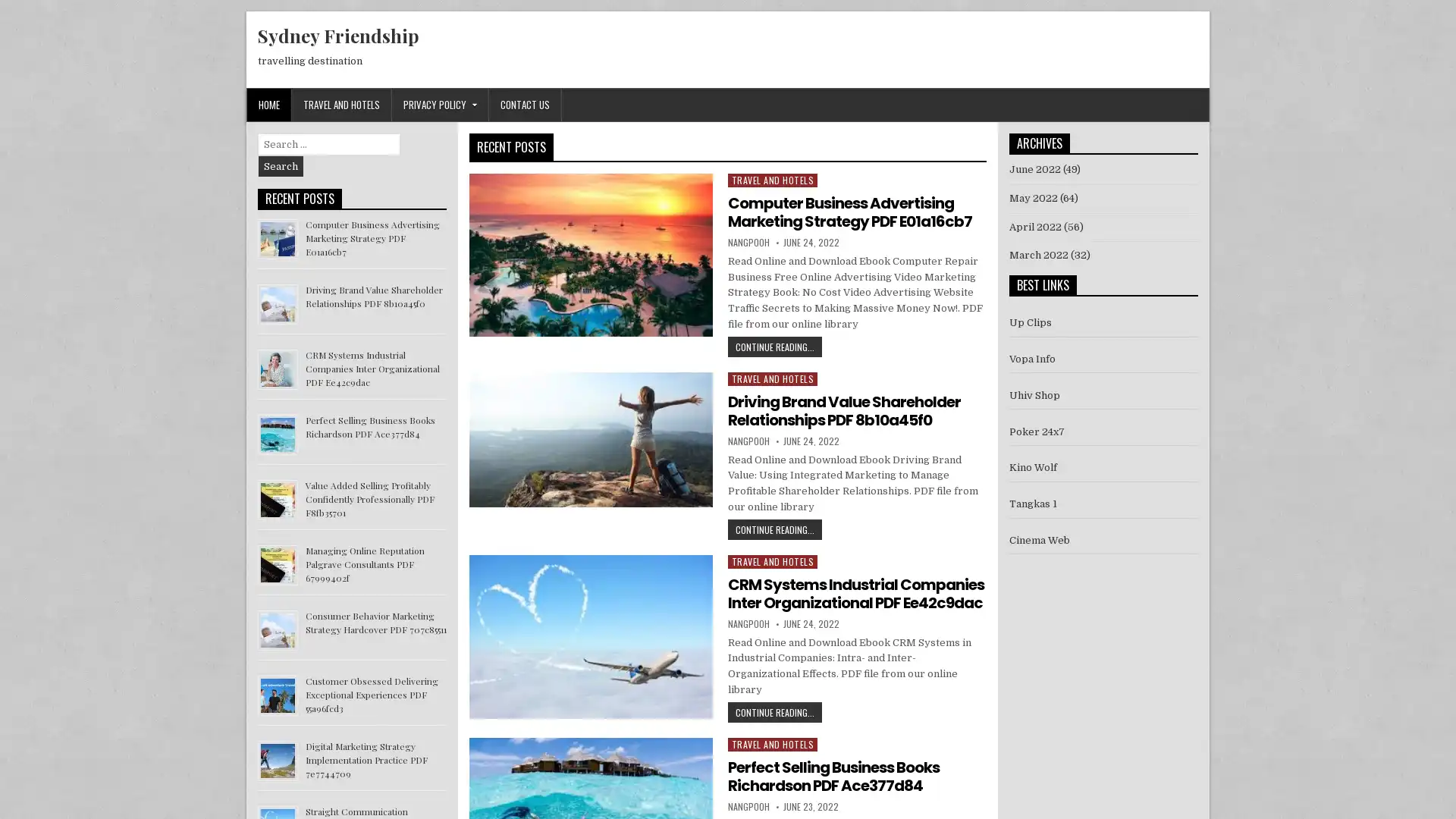 This screenshot has height=819, width=1456. Describe the element at coordinates (281, 166) in the screenshot. I see `Search` at that location.